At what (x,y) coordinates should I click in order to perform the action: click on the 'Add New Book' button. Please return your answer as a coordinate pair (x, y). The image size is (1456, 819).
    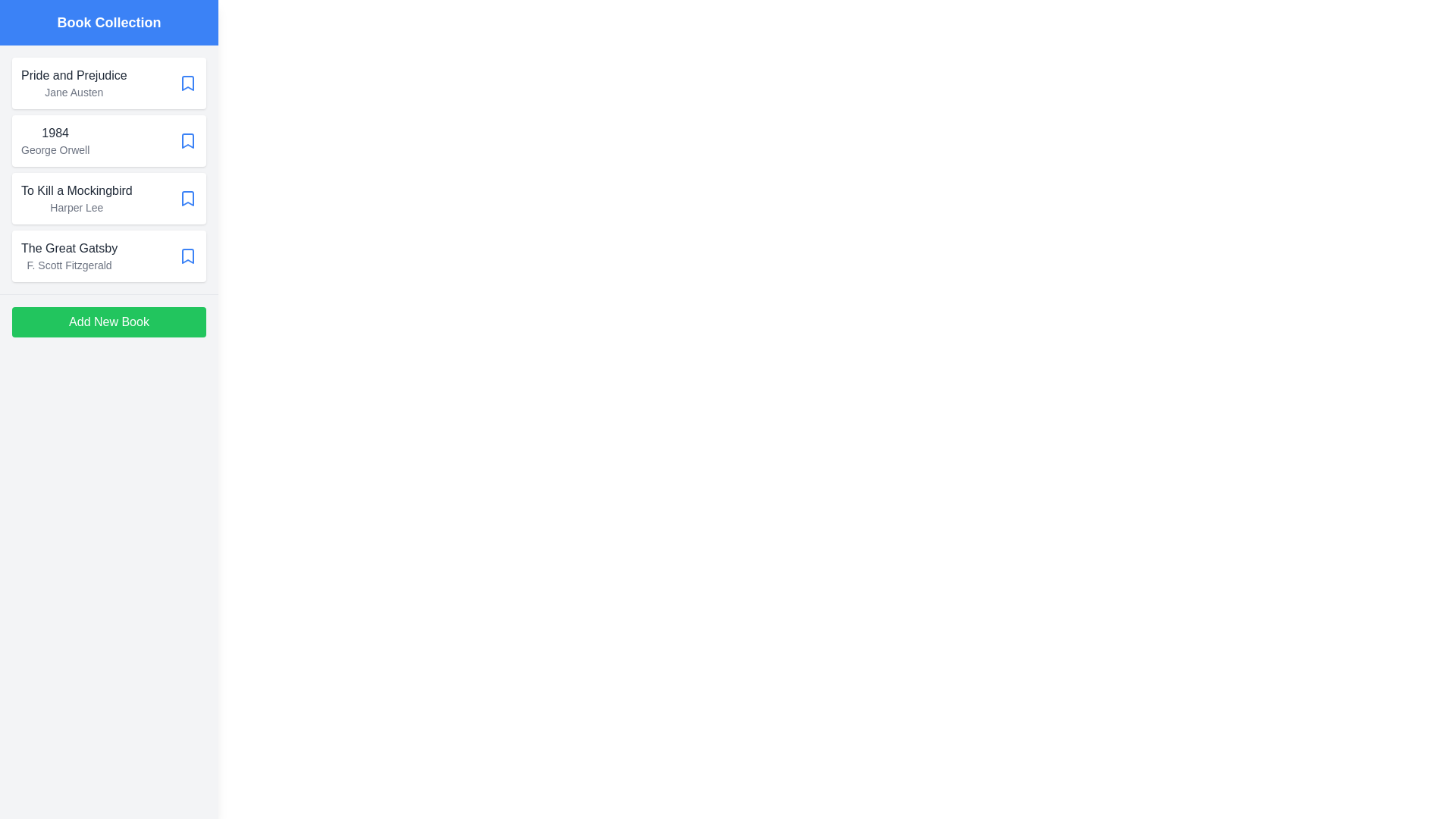
    Looking at the image, I should click on (108, 321).